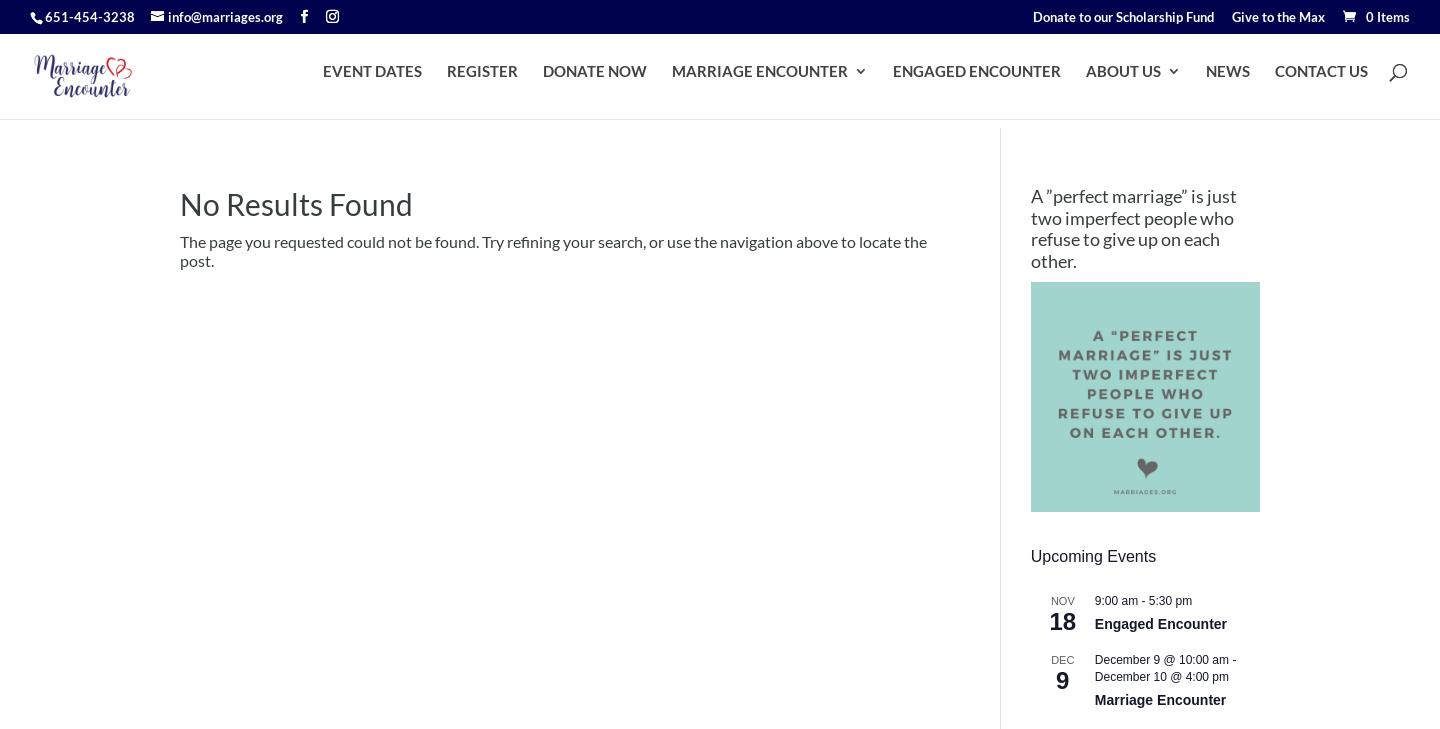  Describe the element at coordinates (976, 79) in the screenshot. I see `'ENGAGED ENCOUNTER'` at that location.